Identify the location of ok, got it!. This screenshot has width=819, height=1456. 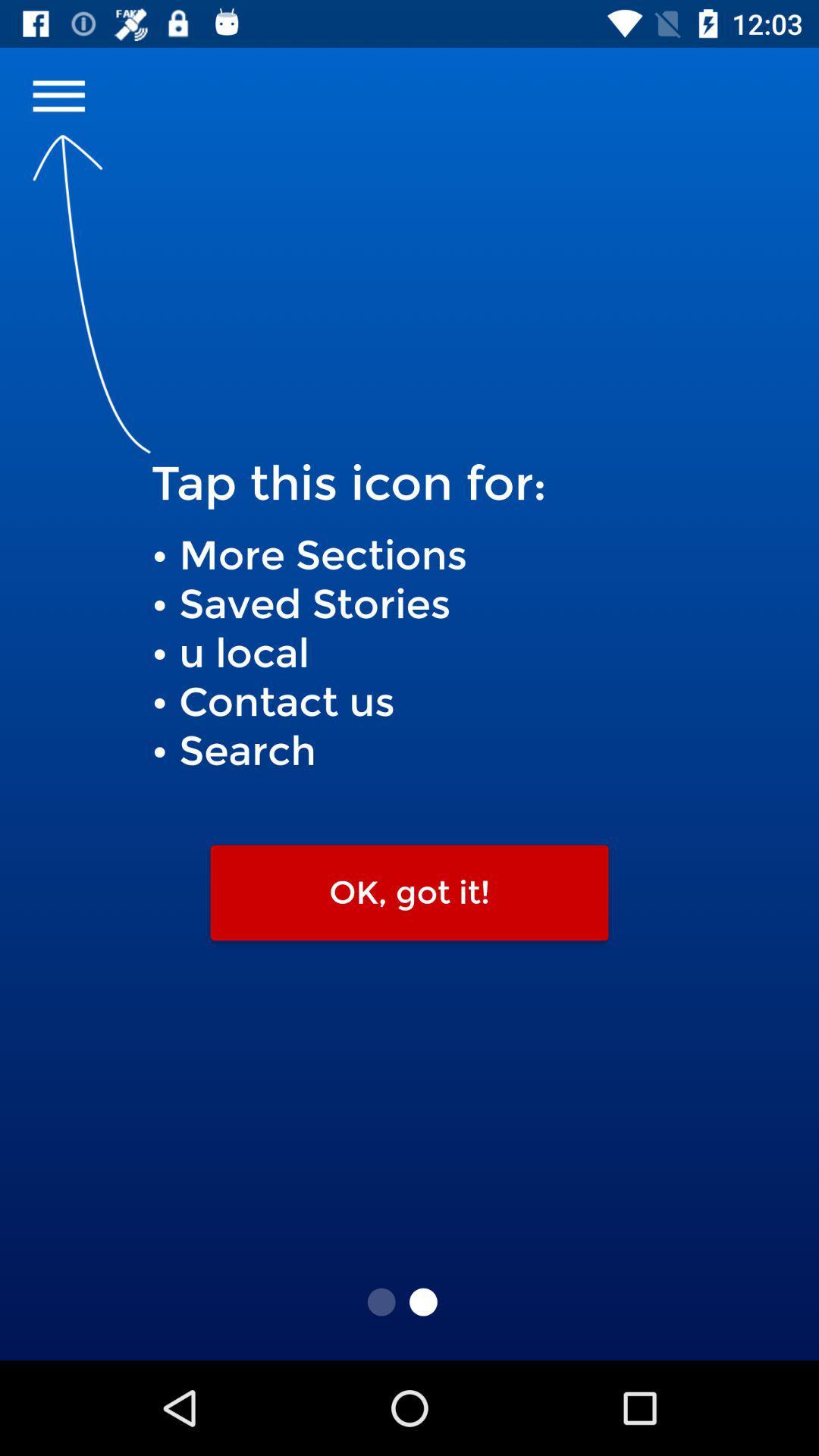
(409, 893).